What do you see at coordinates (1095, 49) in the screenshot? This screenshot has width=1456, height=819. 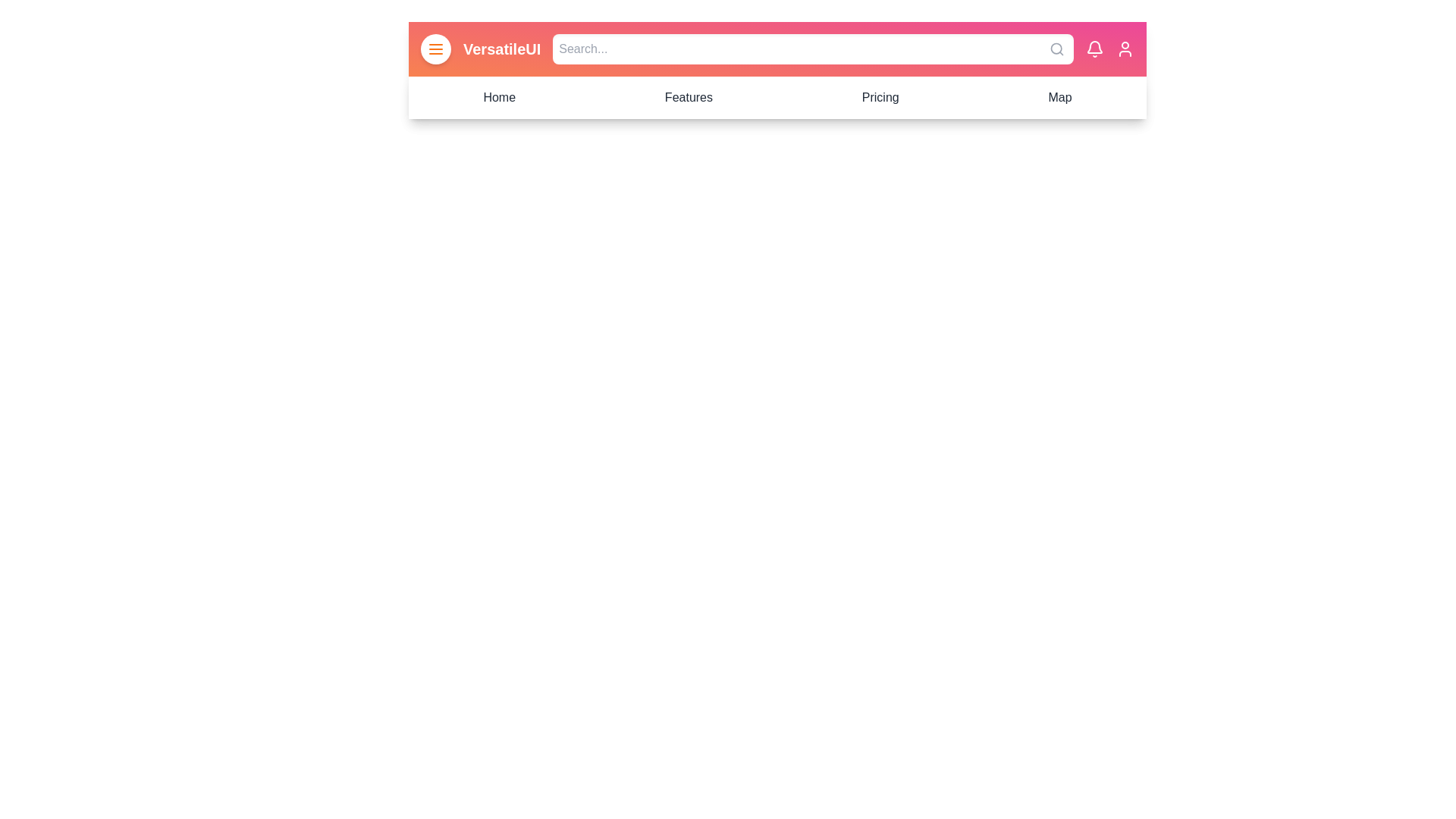 I see `the bell icon to check notifications` at bounding box center [1095, 49].